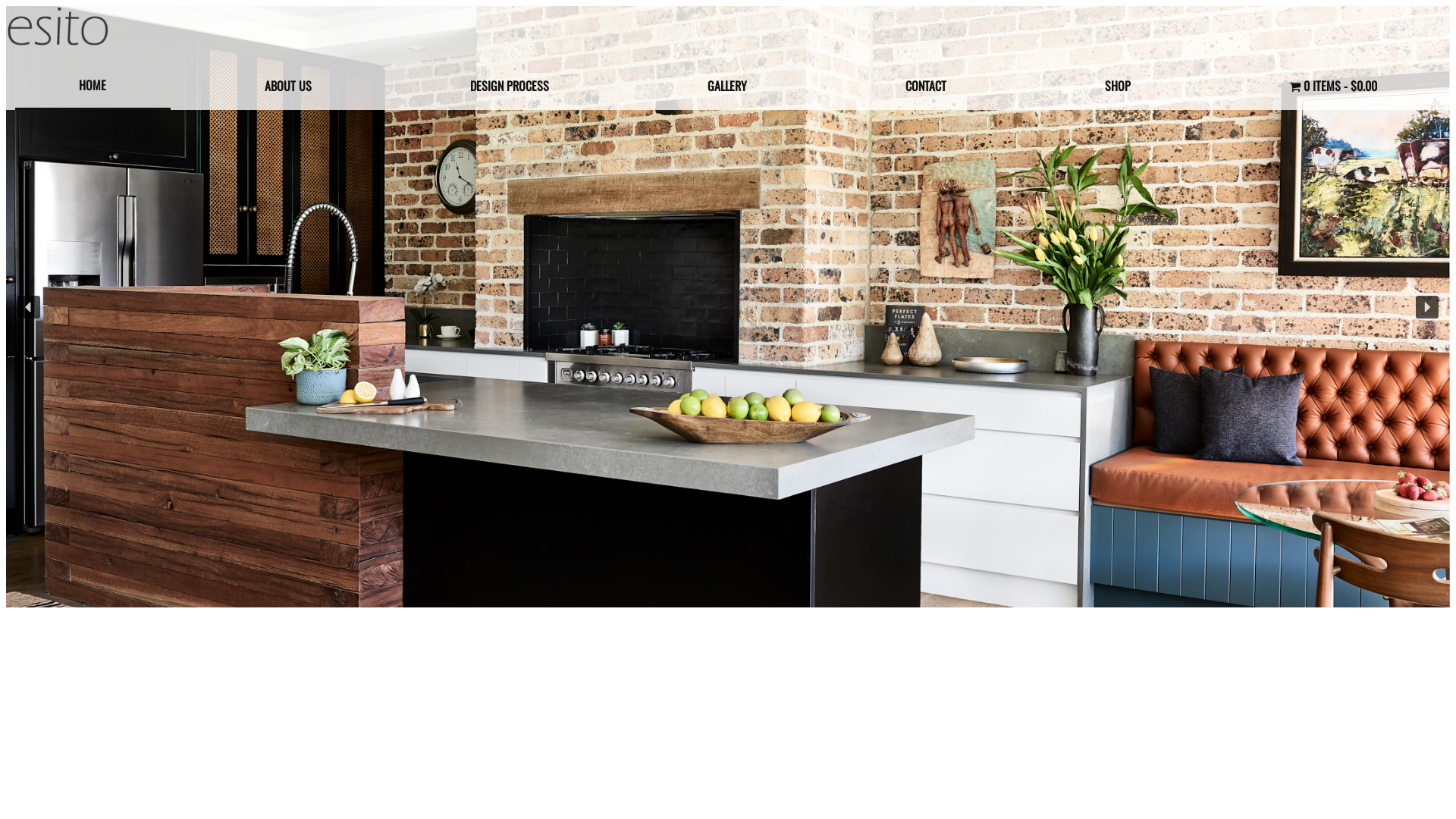  Describe the element at coordinates (92, 86) in the screenshot. I see `'HOME'` at that location.